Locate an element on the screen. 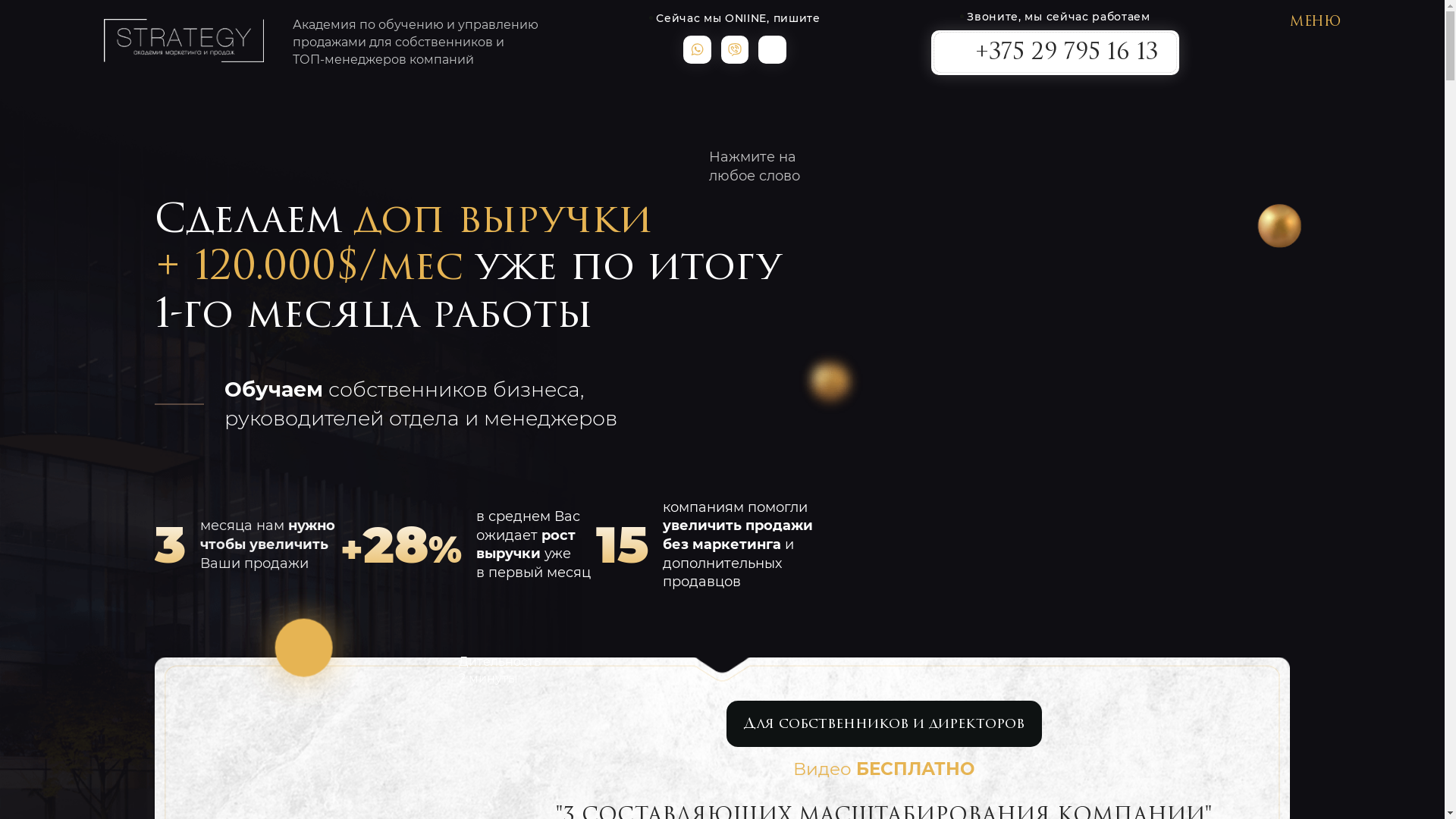 This screenshot has width=1456, height=819. '+375 29 795 16 13' is located at coordinates (1055, 53).